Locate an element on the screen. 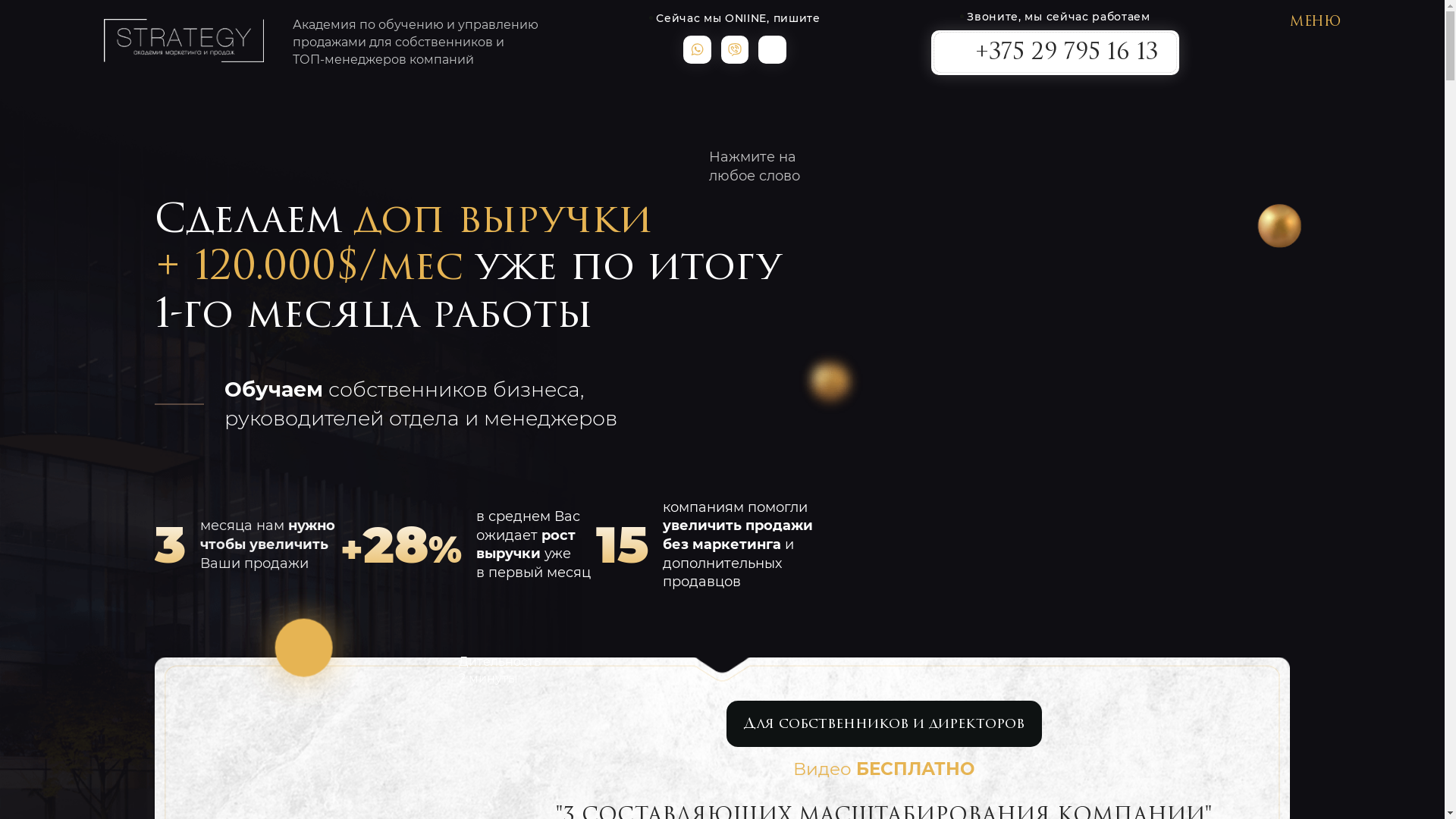 This screenshot has width=1456, height=819. '+375 29 795 16 13' is located at coordinates (1055, 53).